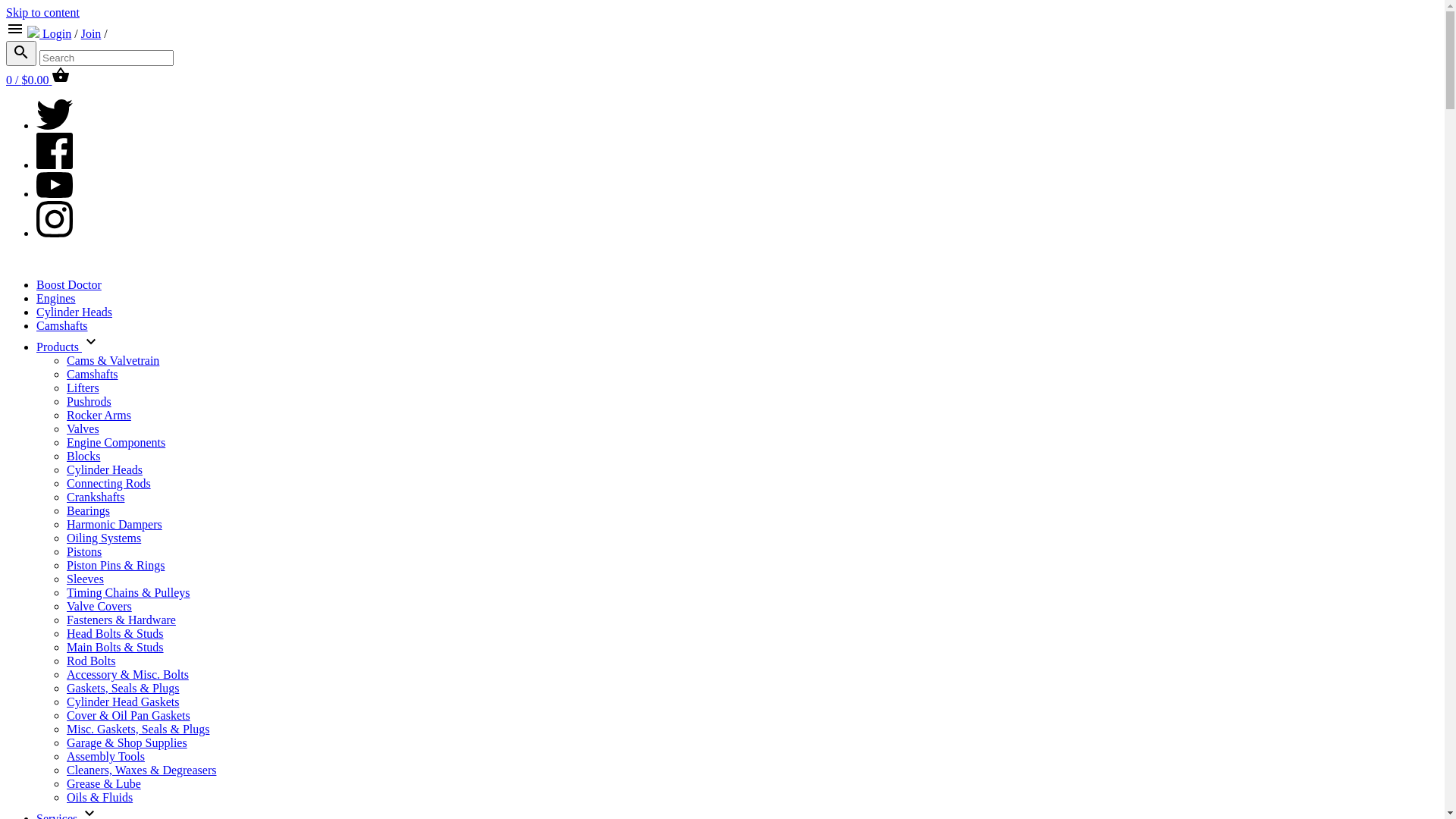 The height and width of the screenshot is (819, 1456). Describe the element at coordinates (65, 360) in the screenshot. I see `'Cams & Valvetrain'` at that location.